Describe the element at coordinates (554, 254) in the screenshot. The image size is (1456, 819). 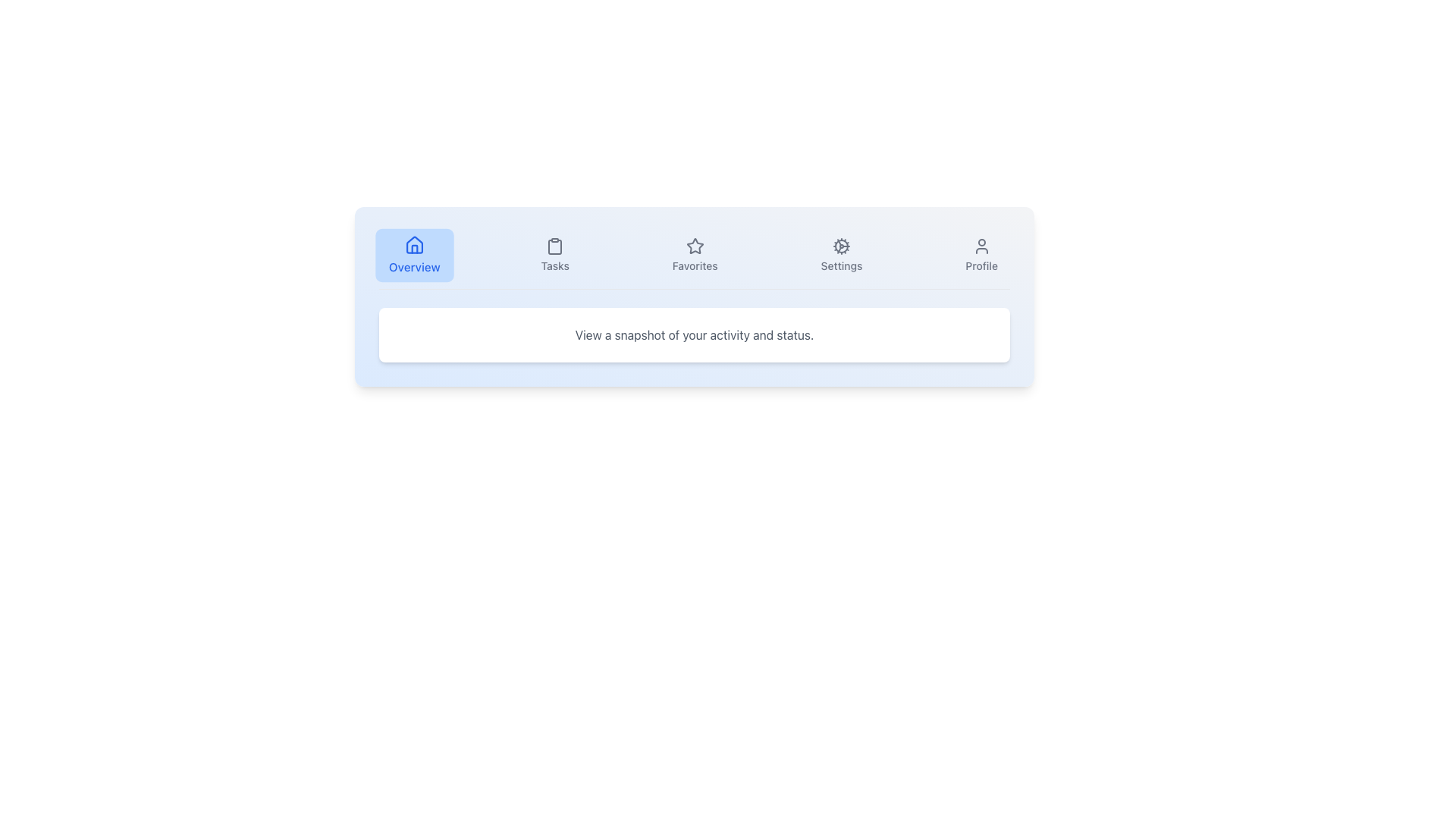
I see `the second button in the horizontal navigation bar, which has an icon of a clipboard above the text 'Tasks'` at that location.